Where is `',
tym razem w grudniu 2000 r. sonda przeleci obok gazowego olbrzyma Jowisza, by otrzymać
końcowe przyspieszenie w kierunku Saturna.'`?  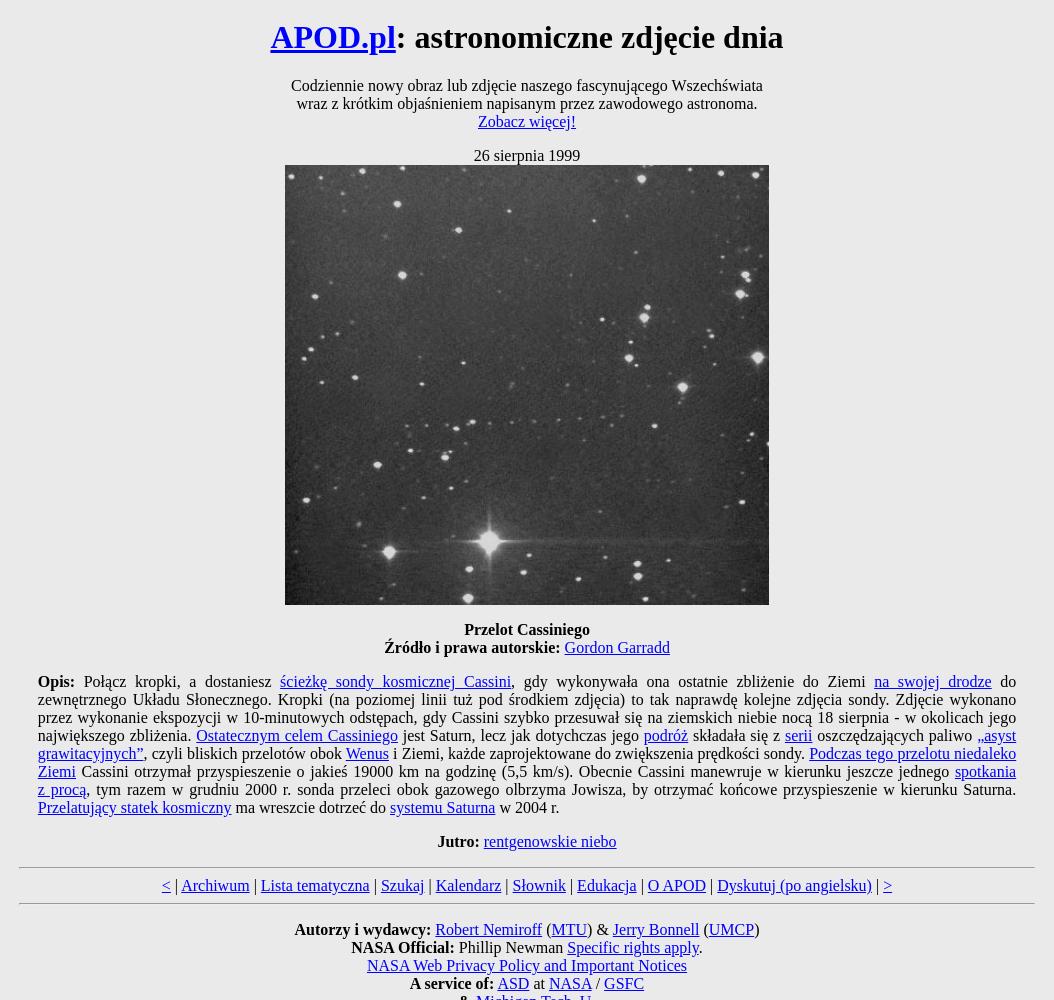 ',
tym razem w grudniu 2000 r. sonda przeleci obok gazowego olbrzyma Jowisza, by otrzymać
końcowe przyspieszenie w kierunku Saturna.' is located at coordinates (551, 789).